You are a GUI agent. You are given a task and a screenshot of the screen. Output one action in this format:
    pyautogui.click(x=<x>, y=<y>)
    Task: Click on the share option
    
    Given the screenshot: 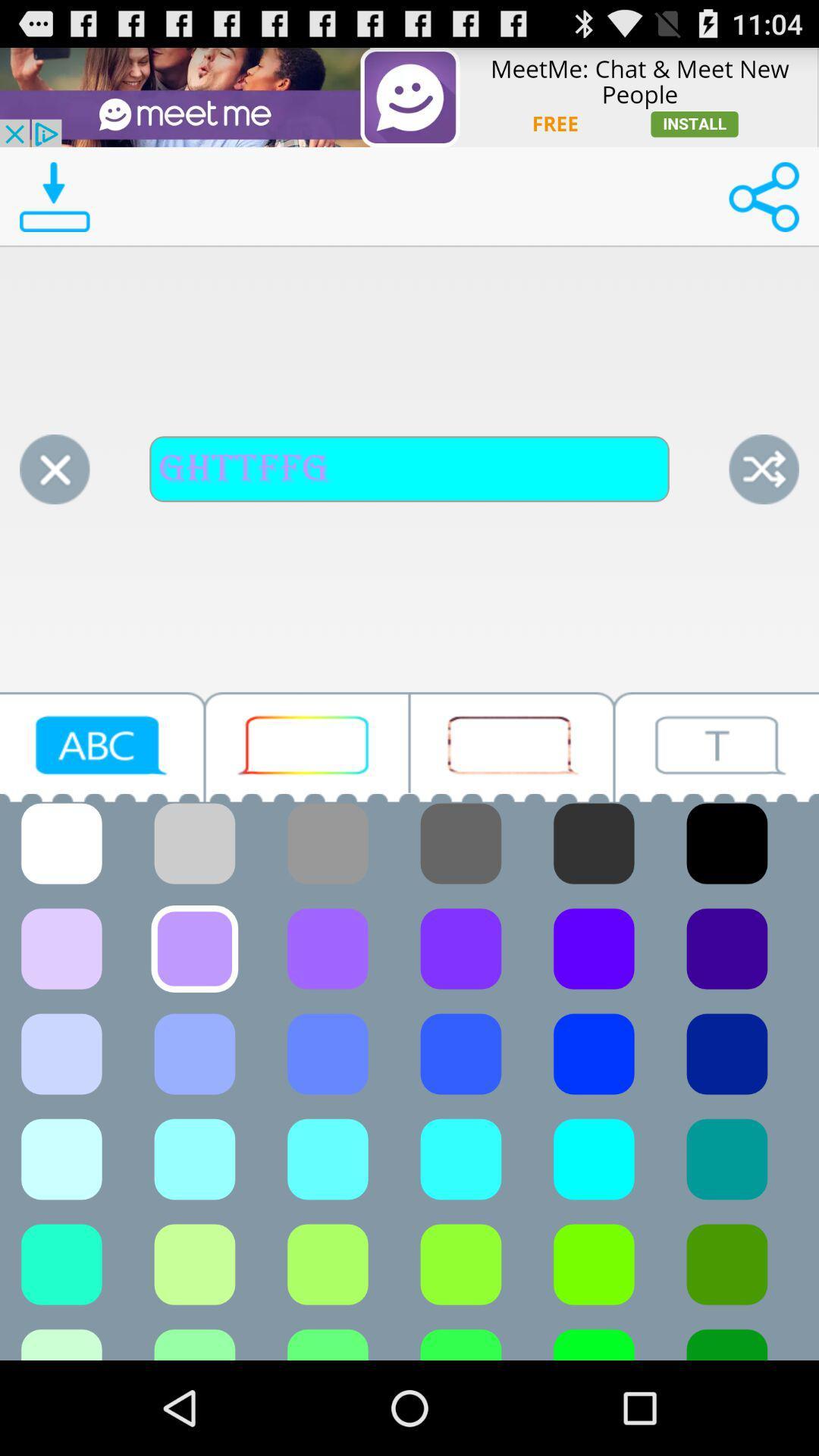 What is the action you would take?
    pyautogui.click(x=764, y=196)
    